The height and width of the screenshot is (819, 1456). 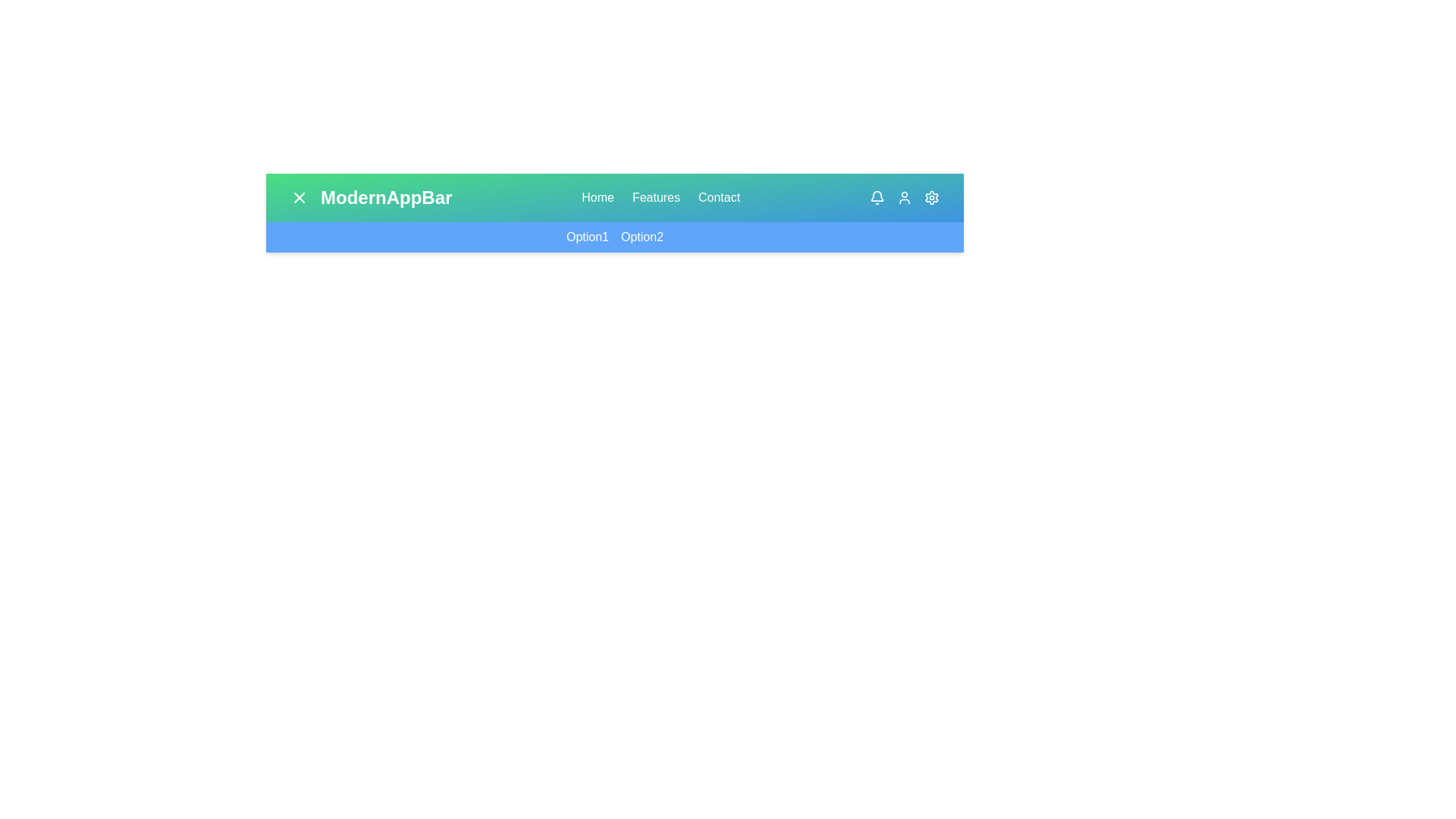 I want to click on the Settings in the top-right corner, so click(x=930, y=197).